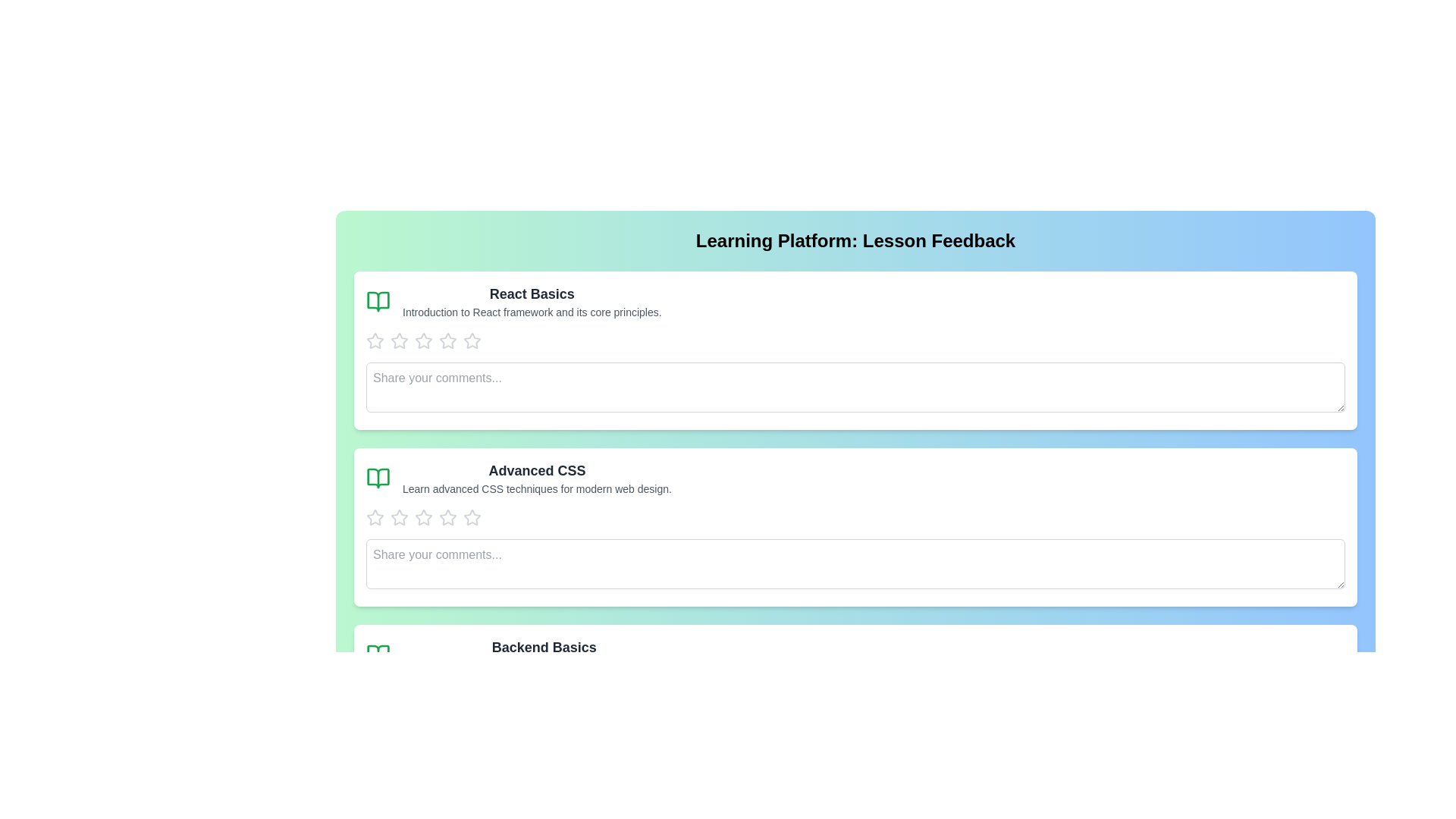 Image resolution: width=1456 pixels, height=819 pixels. What do you see at coordinates (400, 341) in the screenshot?
I see `the third star in the rating system under the 'React Basics' lesson` at bounding box center [400, 341].